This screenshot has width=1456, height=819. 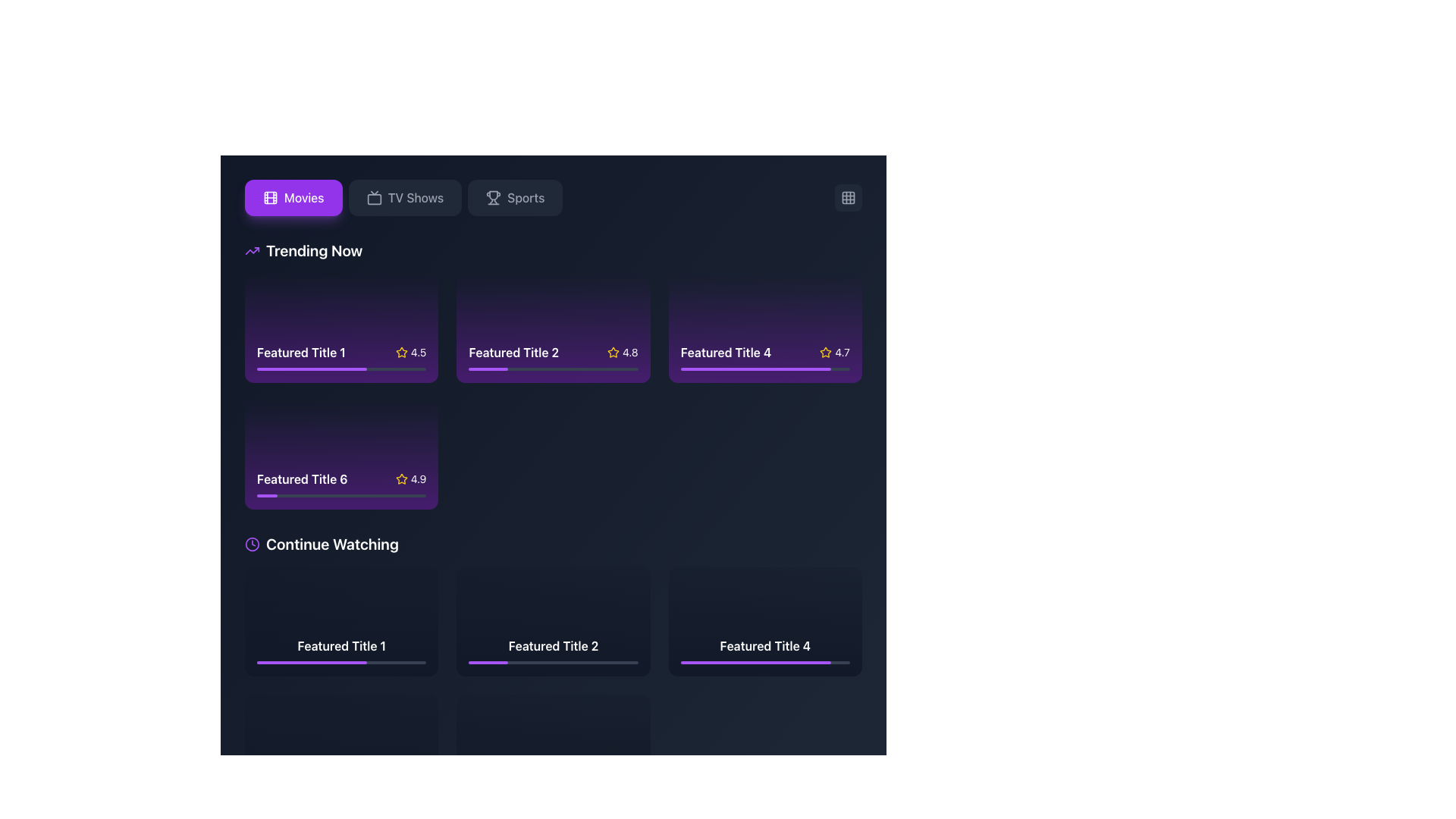 I want to click on the progress level of the Progress bar located in the content card for 'Featured Title 4' in the 'Trending Now' section, positioned in the top-right card of the first row, so click(x=765, y=369).